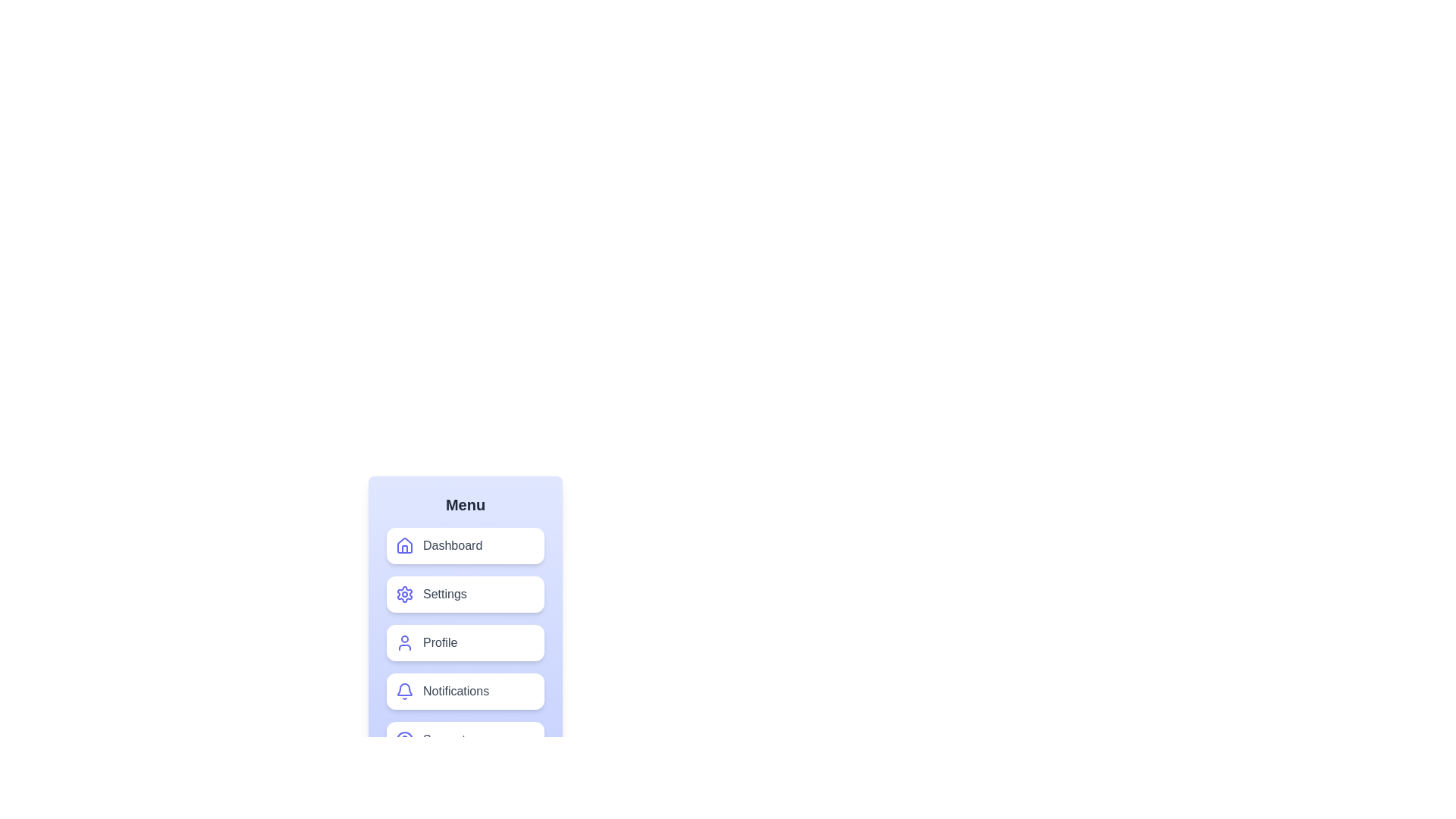 This screenshot has width=1456, height=819. I want to click on the navigation button that redirects to the profile page, so click(465, 626).